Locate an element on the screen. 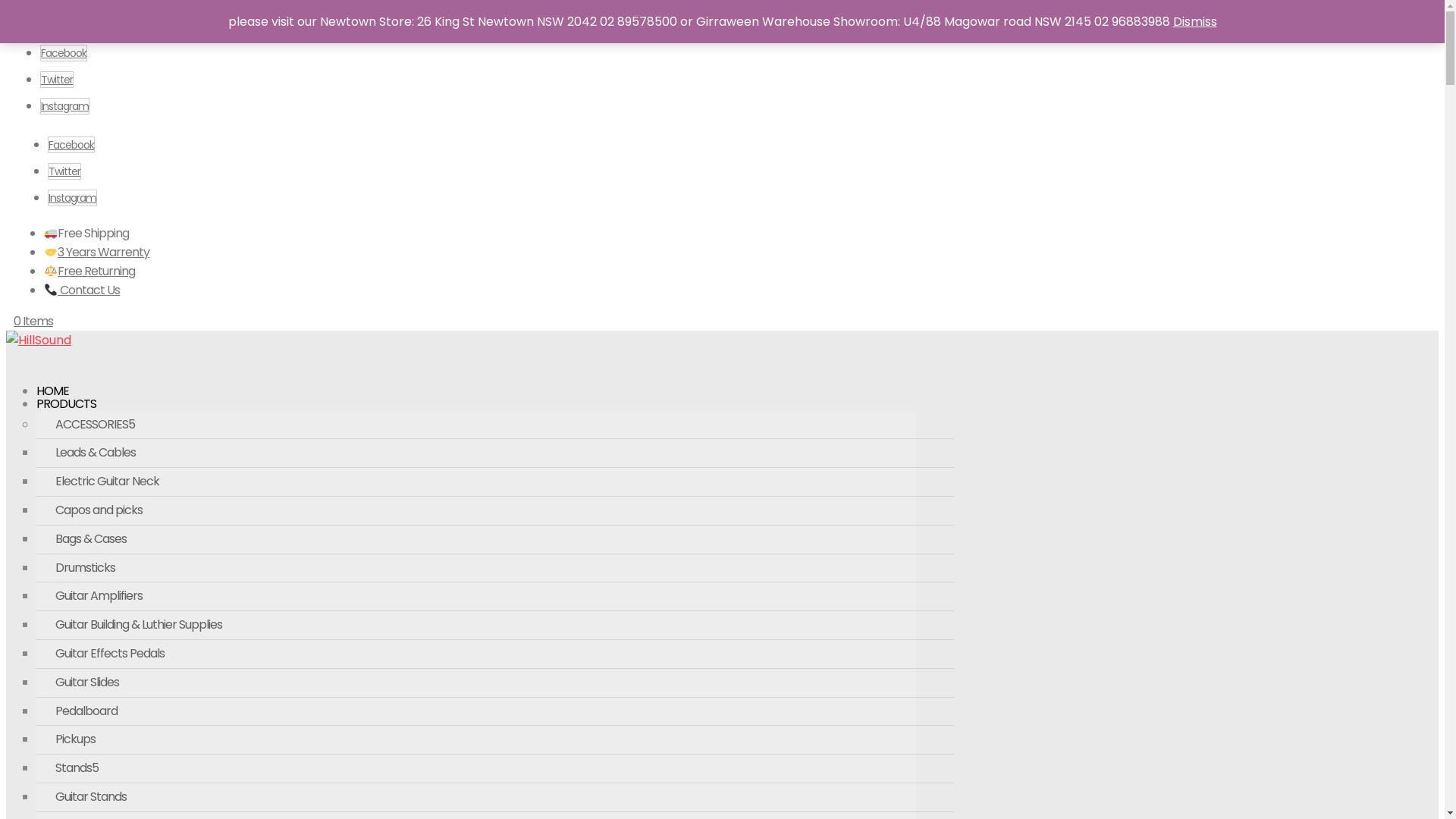 This screenshot has width=1456, height=819. 'Free Shipping' is located at coordinates (86, 233).